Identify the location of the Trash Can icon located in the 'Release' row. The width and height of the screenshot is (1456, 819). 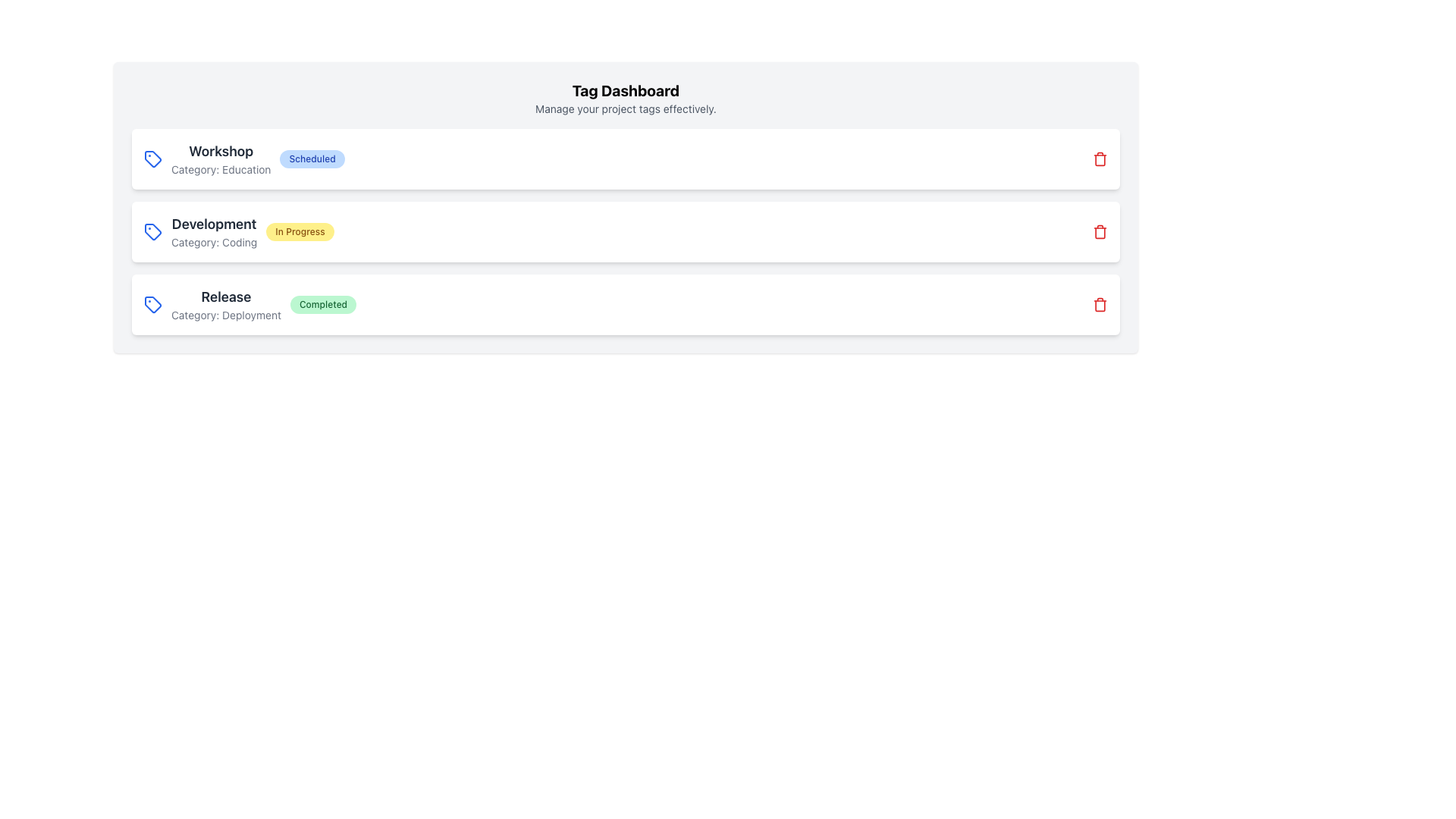
(1100, 233).